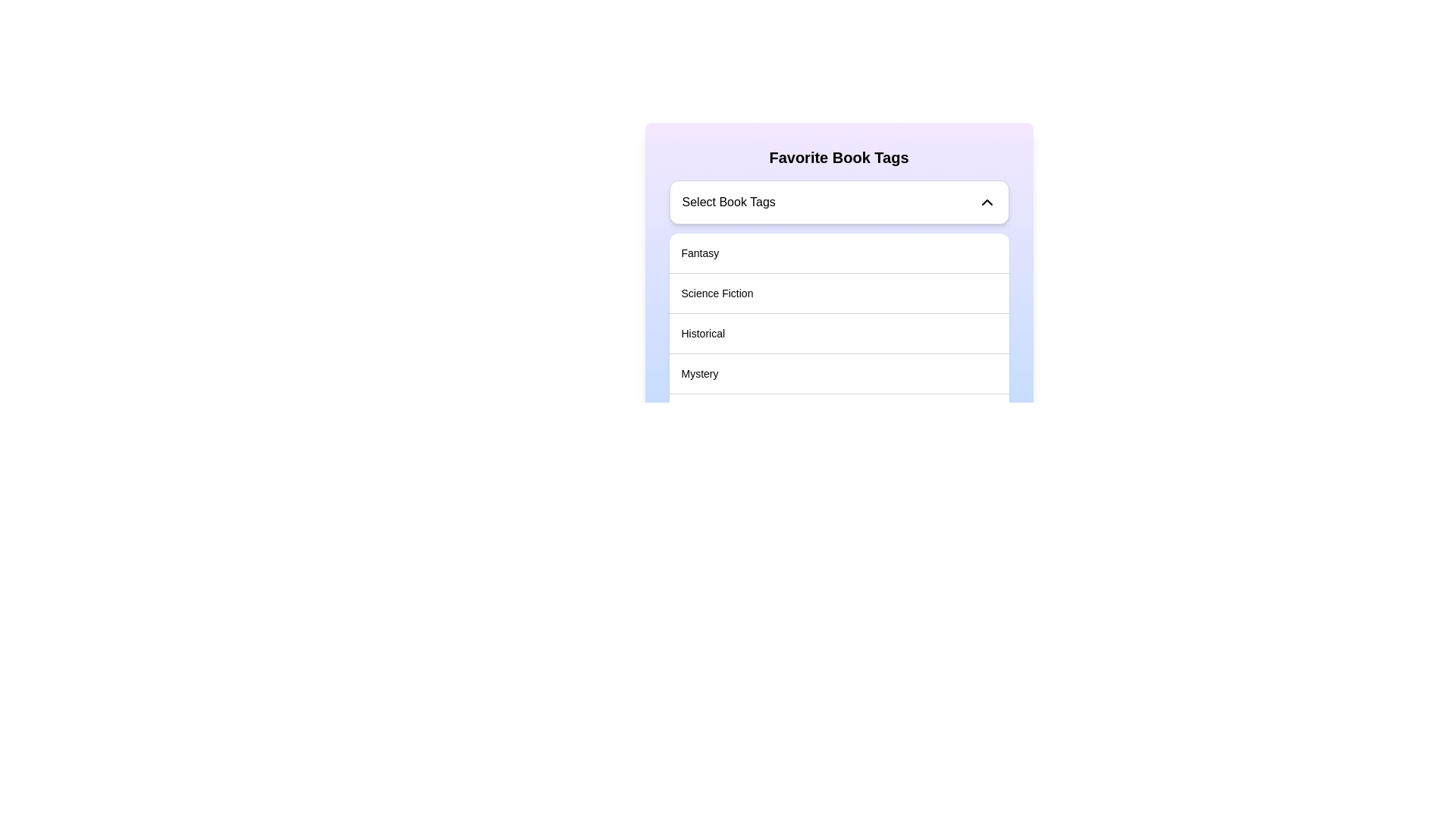 This screenshot has width=1456, height=819. I want to click on the 'Science Fiction' list item option in the dropdown menu labeled 'Select Book Tags', so click(838, 293).